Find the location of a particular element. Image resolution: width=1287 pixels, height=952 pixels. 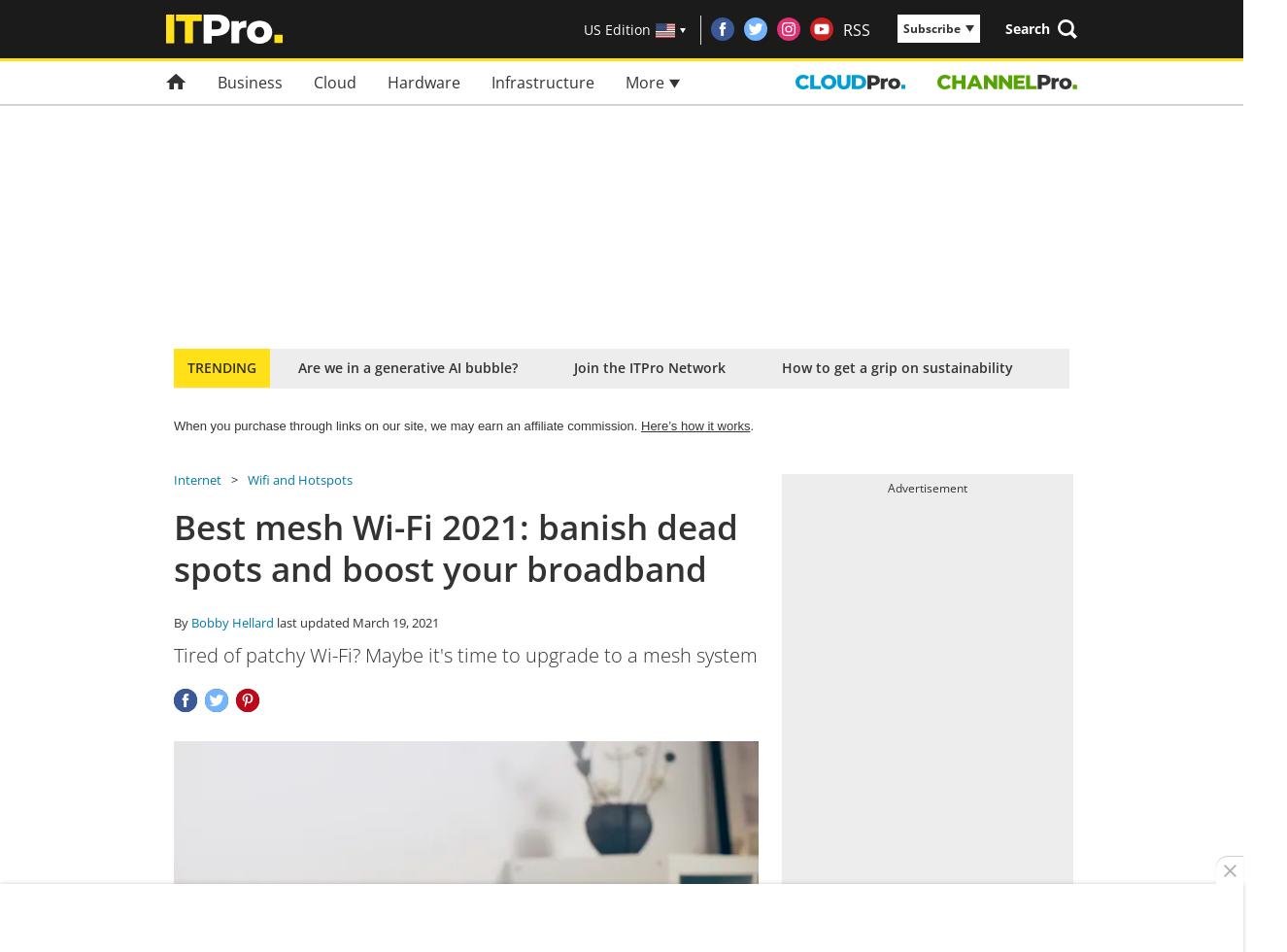

'US Edition' is located at coordinates (616, 29).